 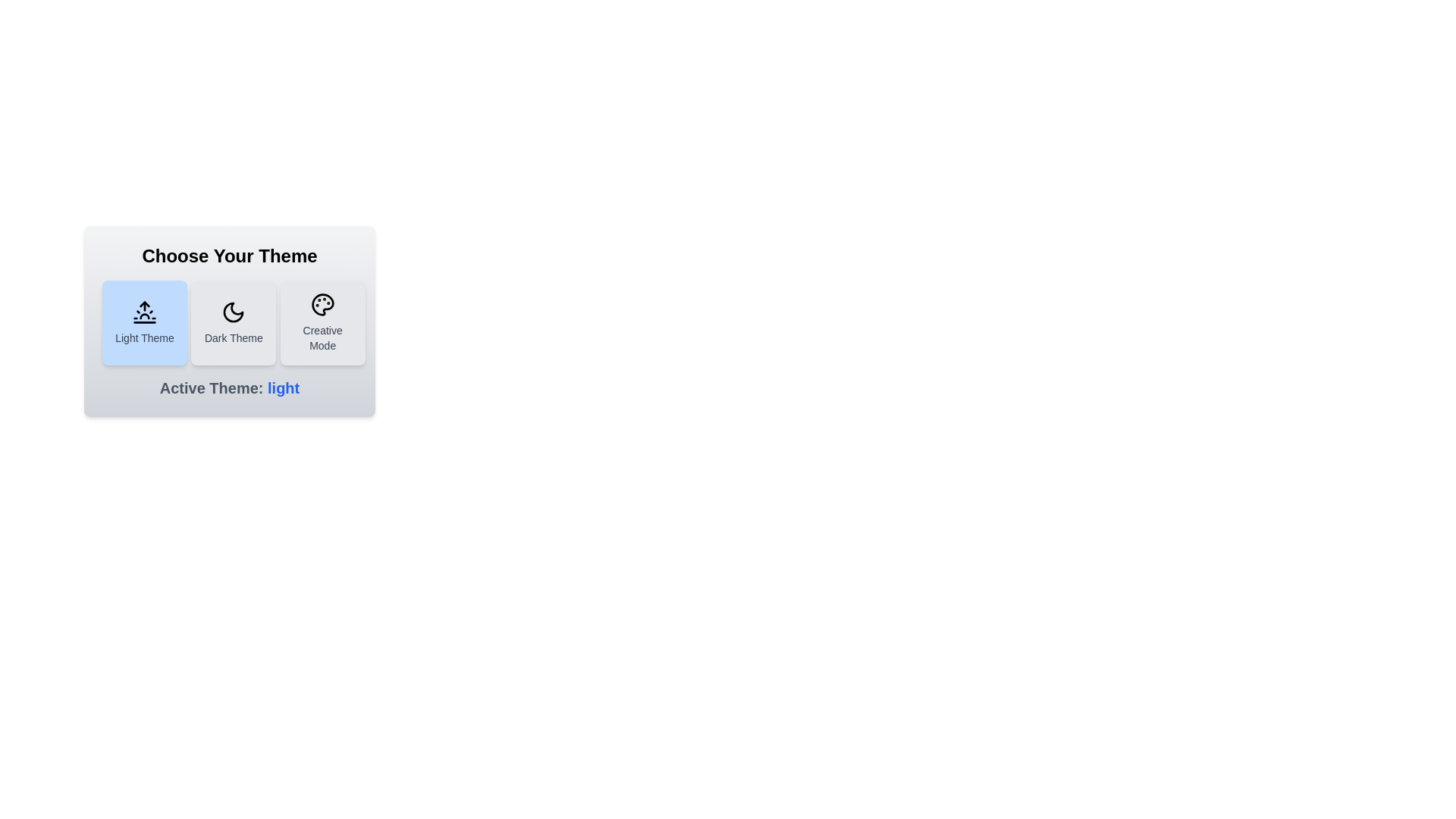 I want to click on the Dark Theme button to observe its visual effect, so click(x=232, y=322).